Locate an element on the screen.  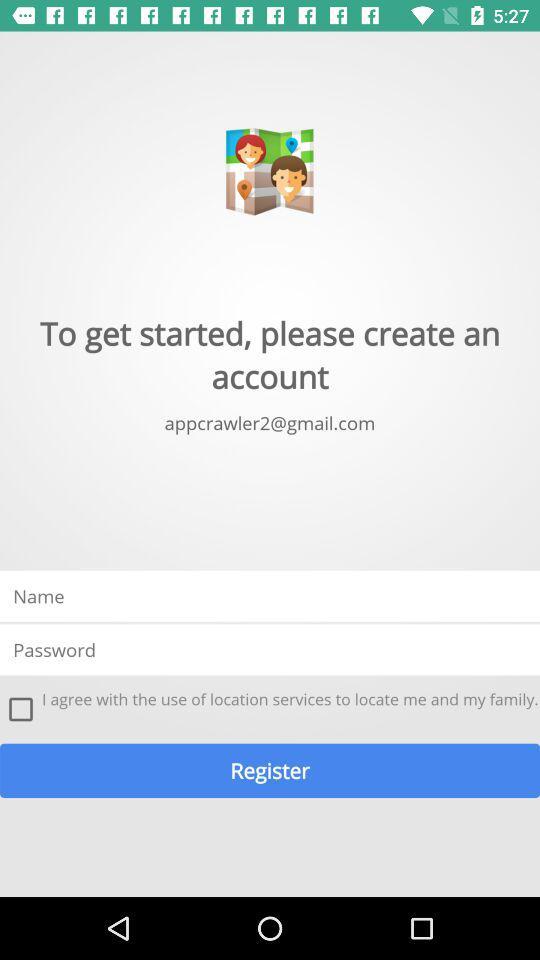
item above the register item is located at coordinates (20, 709).